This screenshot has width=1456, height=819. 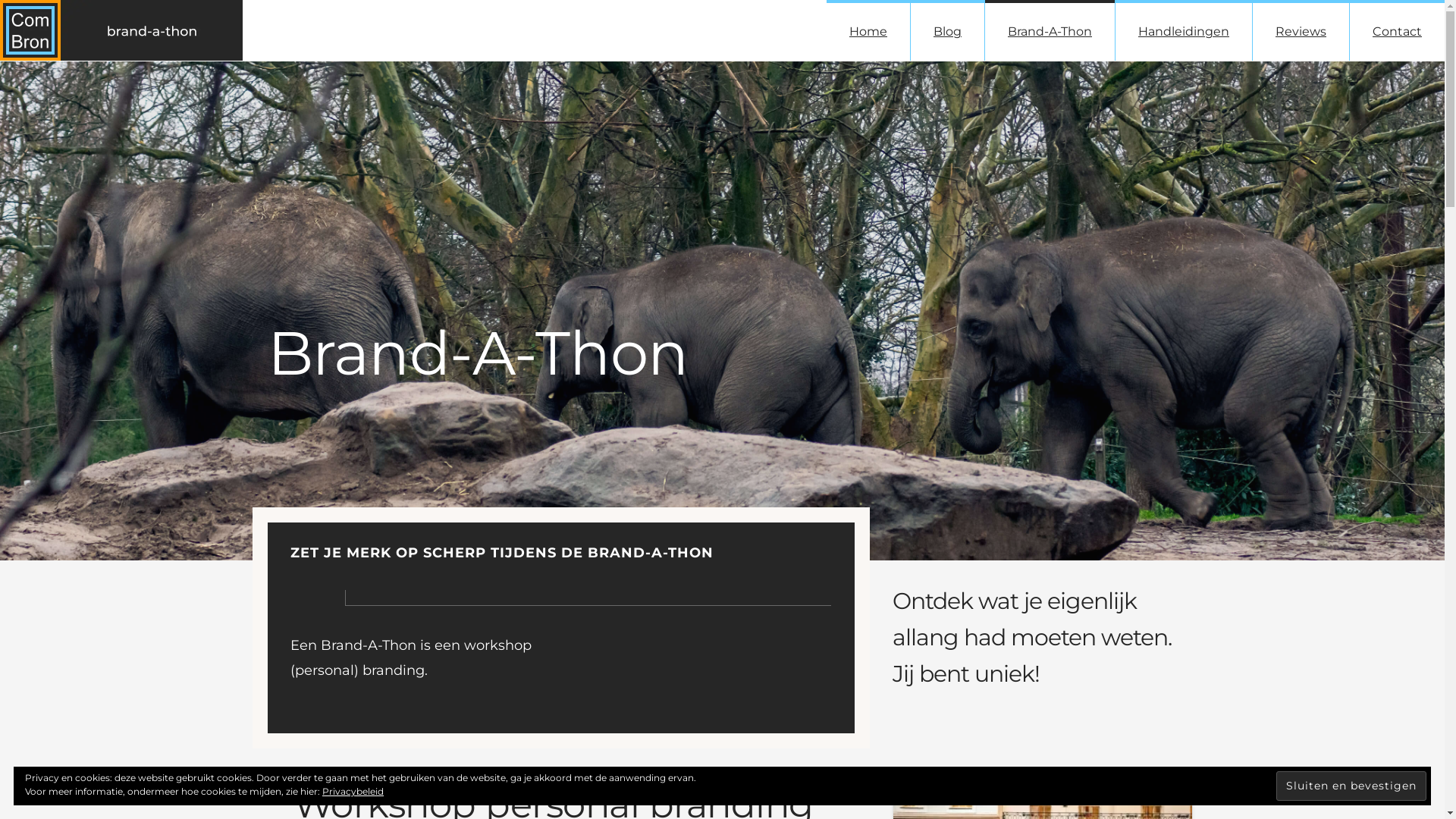 What do you see at coordinates (966, 674) in the screenshot?
I see `'STUUR EEN E-MAIL'` at bounding box center [966, 674].